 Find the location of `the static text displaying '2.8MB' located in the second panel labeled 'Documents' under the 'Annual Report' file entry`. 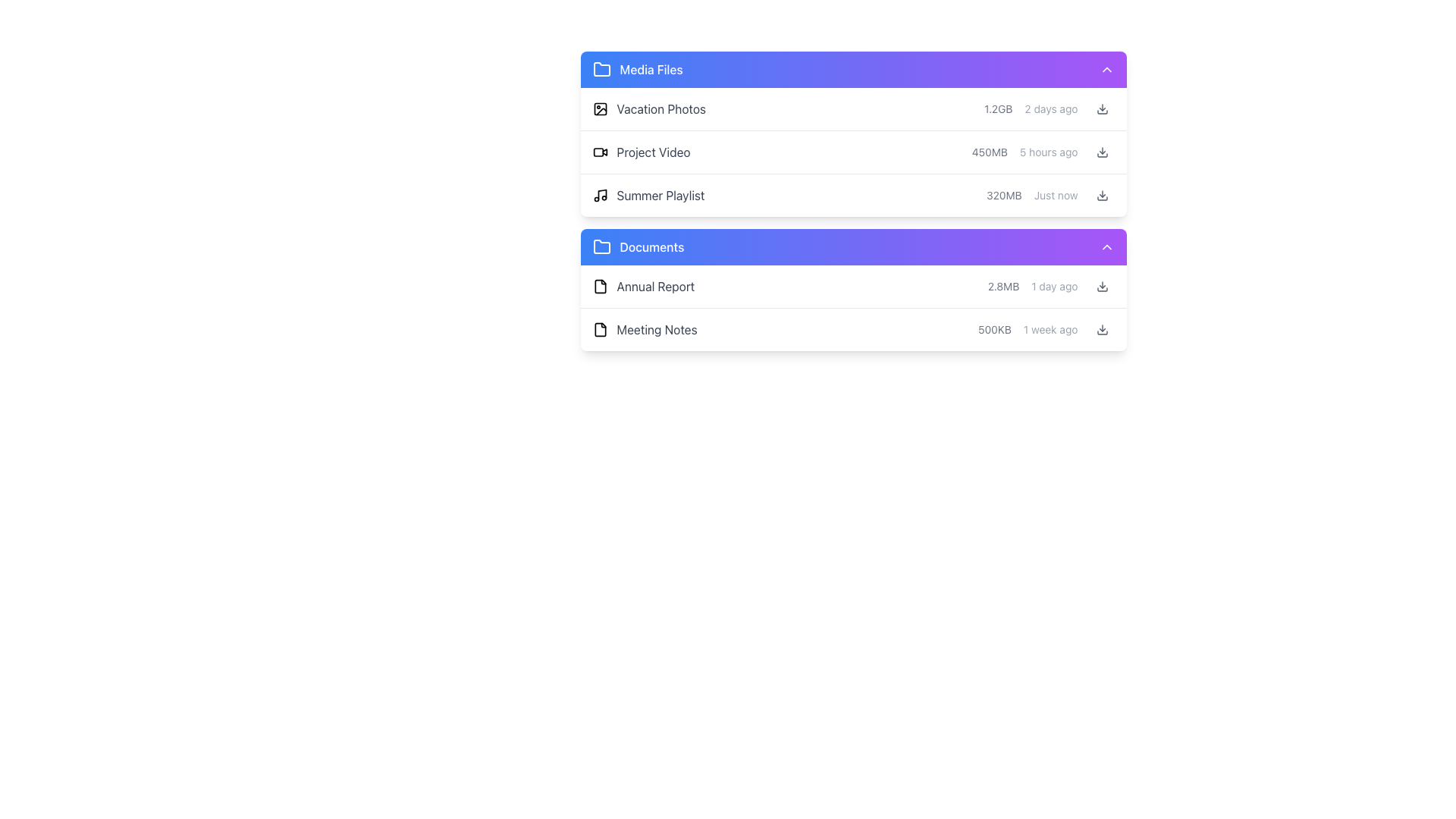

the static text displaying '2.8MB' located in the second panel labeled 'Documents' under the 'Annual Report' file entry is located at coordinates (1003, 287).